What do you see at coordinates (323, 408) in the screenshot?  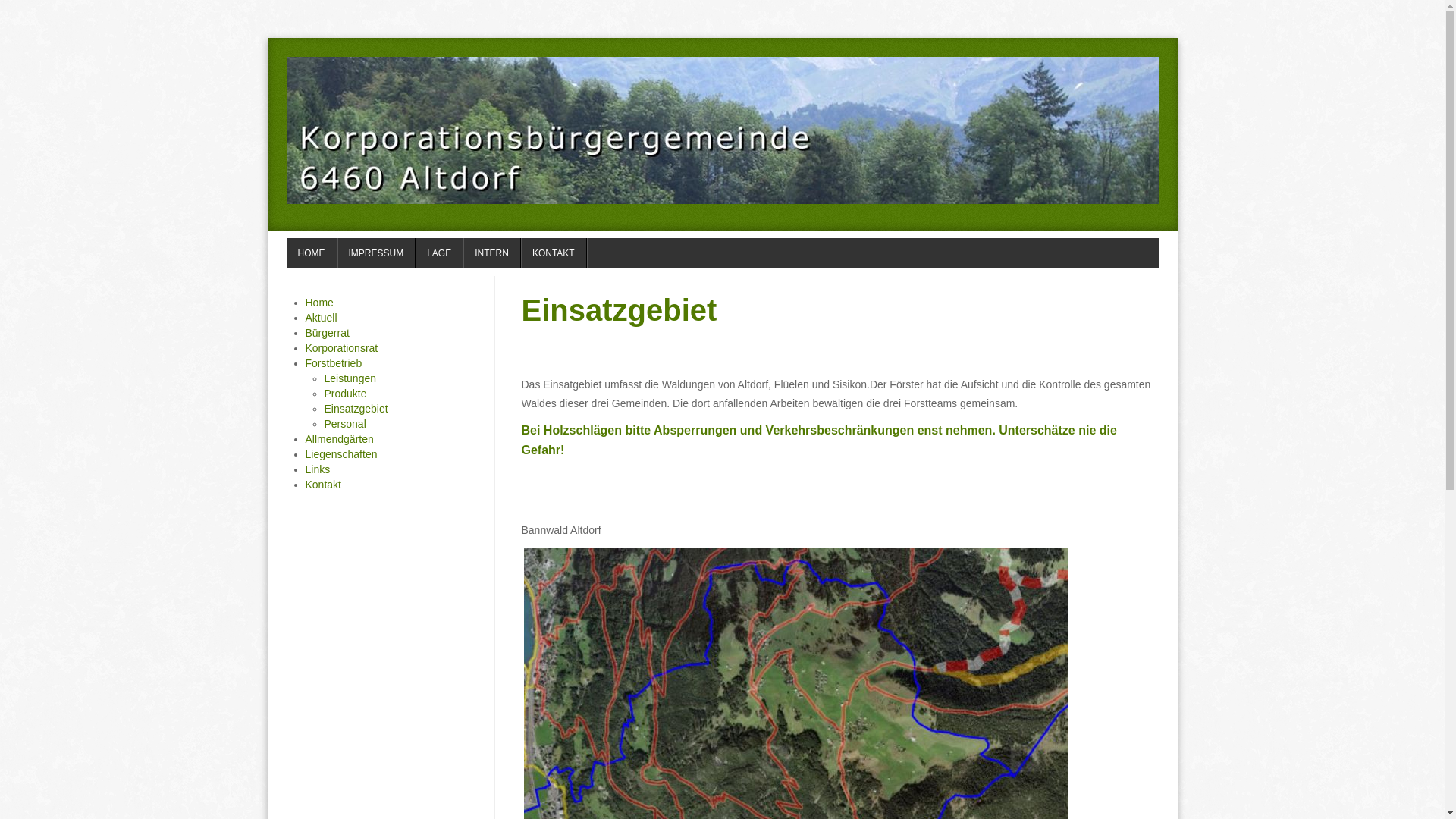 I see `'Einsatzgebiet'` at bounding box center [323, 408].